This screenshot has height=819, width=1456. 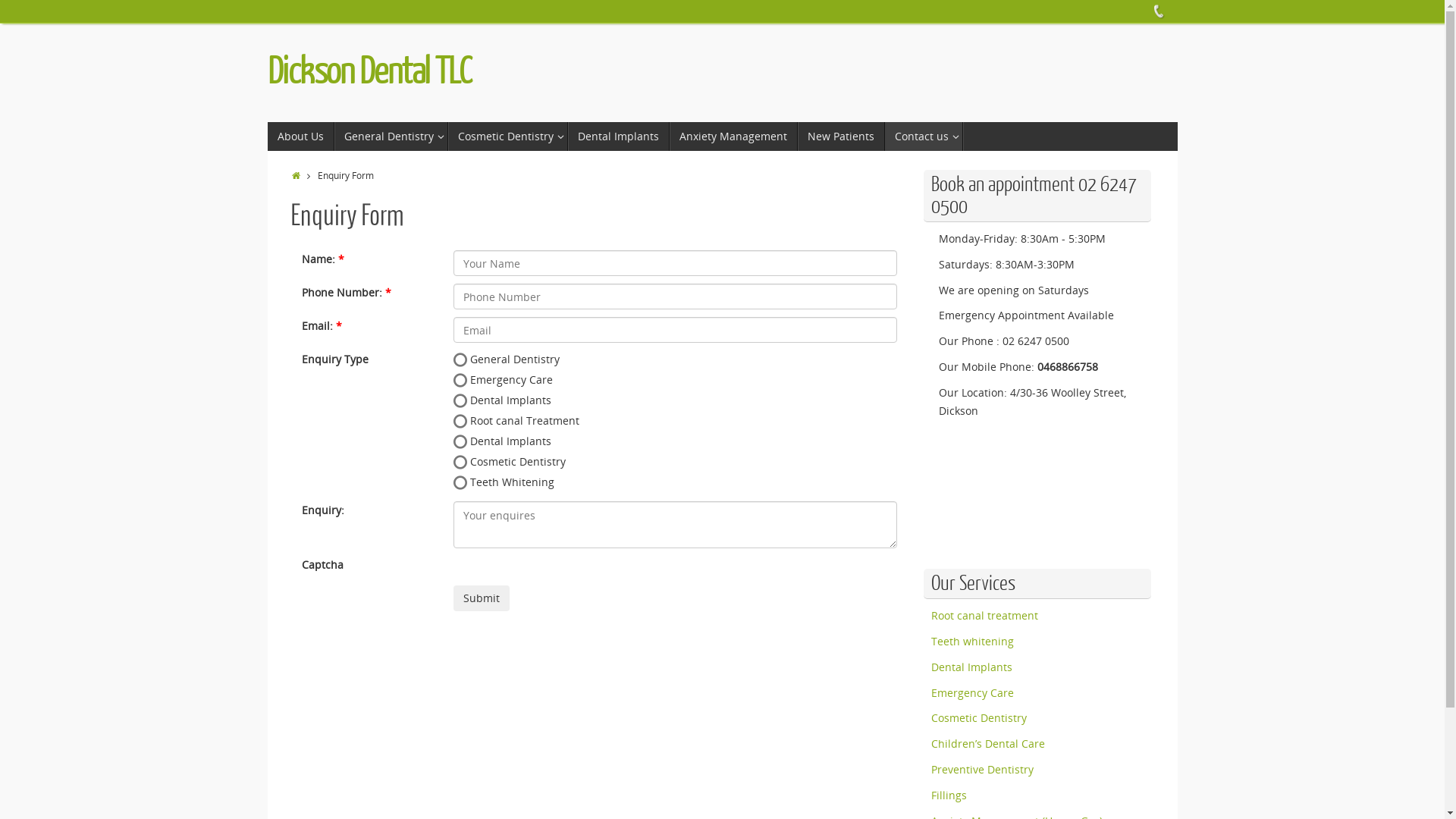 I want to click on 'Fillings', so click(x=930, y=794).